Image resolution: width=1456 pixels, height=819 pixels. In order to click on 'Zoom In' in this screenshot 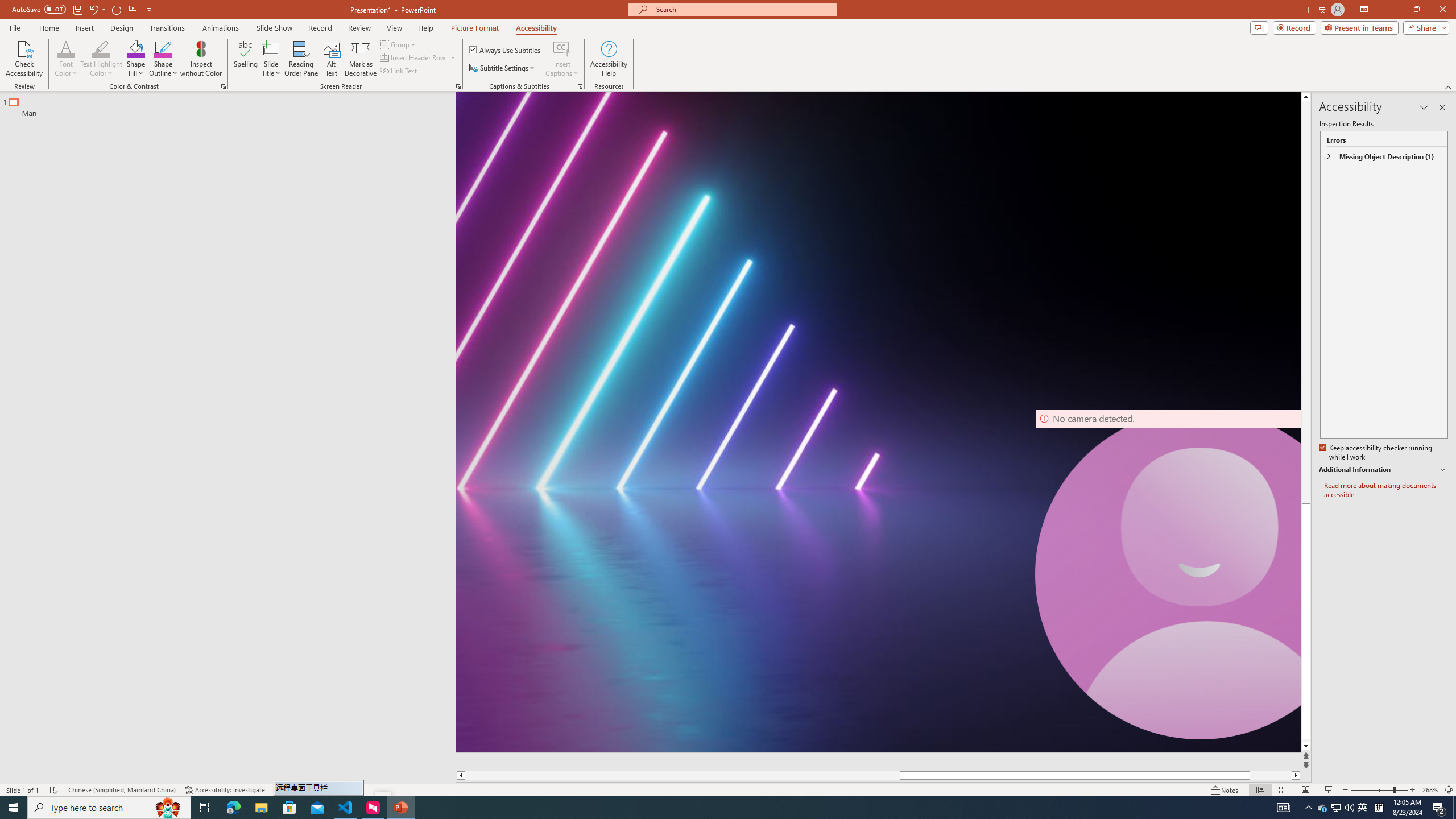, I will do `click(1412, 790)`.